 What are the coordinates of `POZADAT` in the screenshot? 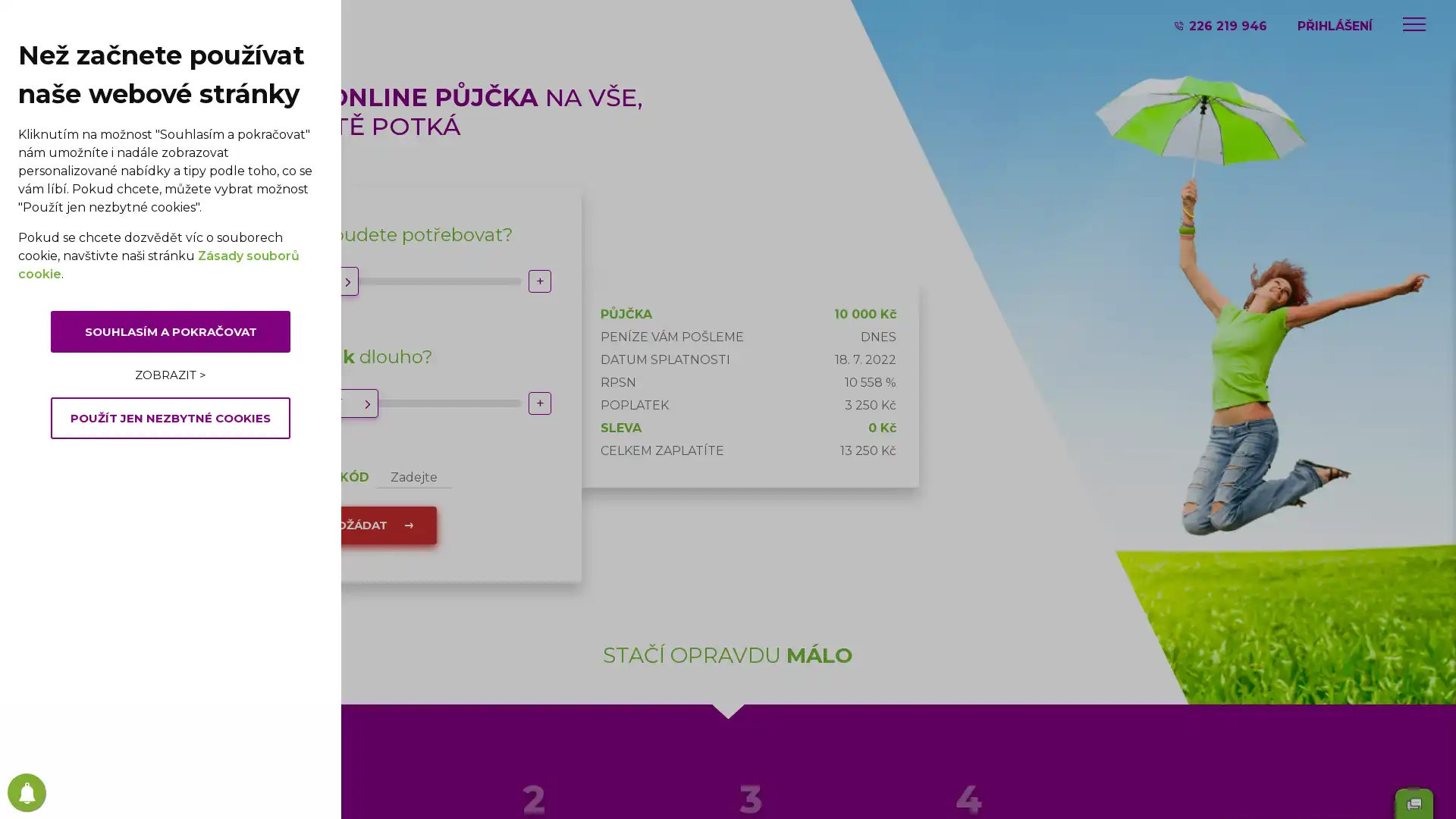 It's located at (362, 523).